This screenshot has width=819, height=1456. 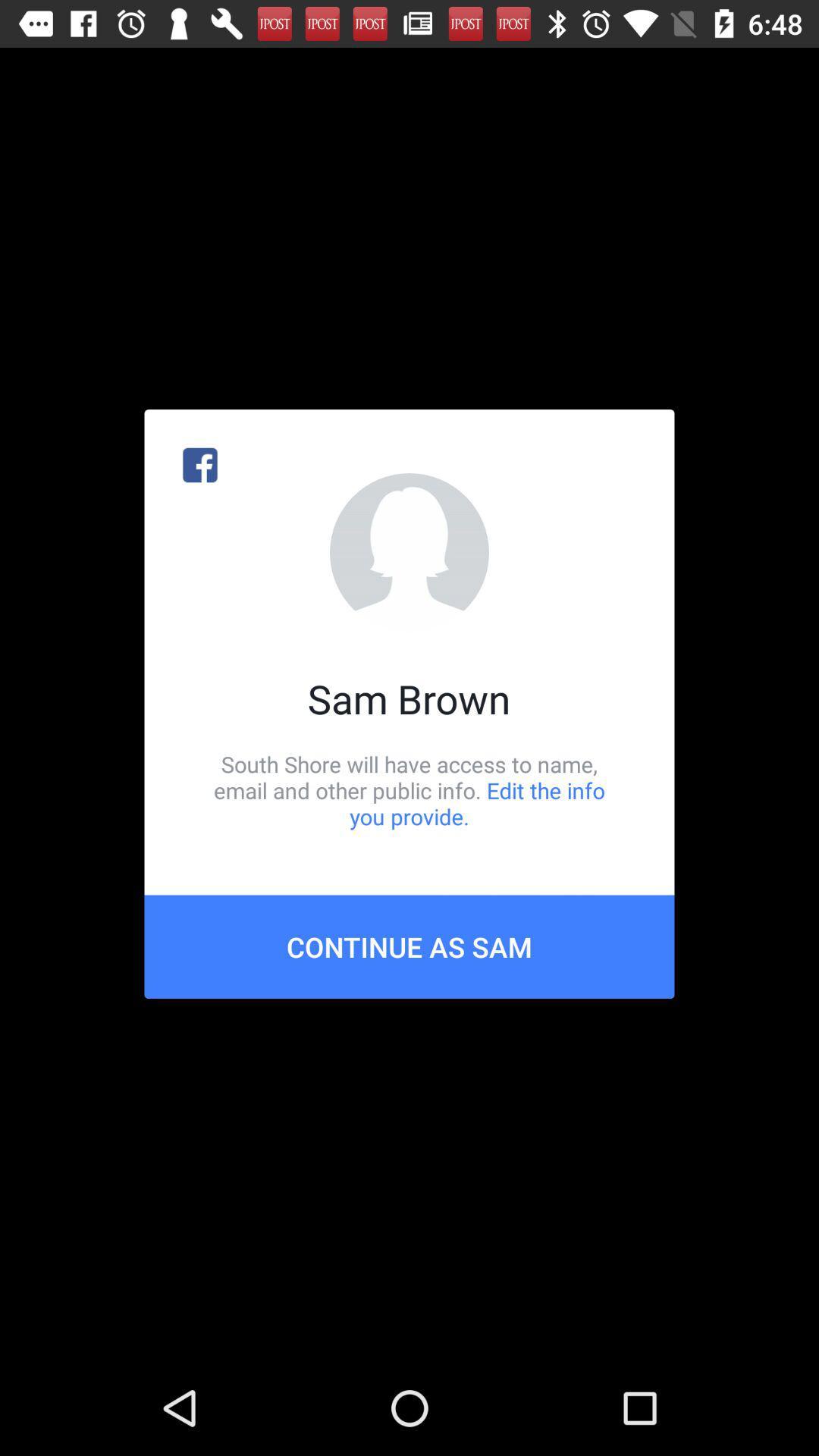 I want to click on icon above the continue as sam, so click(x=409, y=789).